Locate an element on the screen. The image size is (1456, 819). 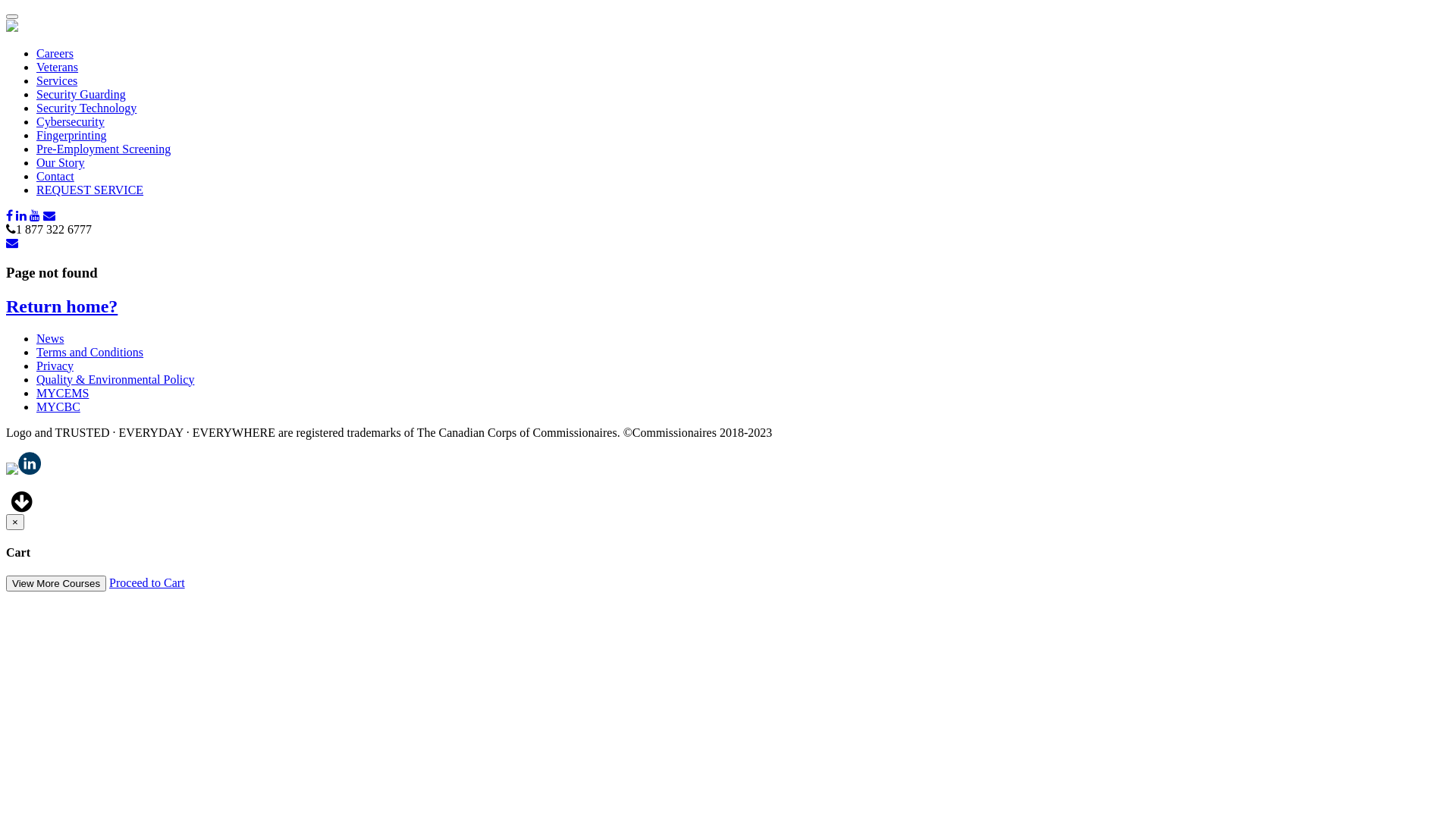
'Veterans' is located at coordinates (57, 66).